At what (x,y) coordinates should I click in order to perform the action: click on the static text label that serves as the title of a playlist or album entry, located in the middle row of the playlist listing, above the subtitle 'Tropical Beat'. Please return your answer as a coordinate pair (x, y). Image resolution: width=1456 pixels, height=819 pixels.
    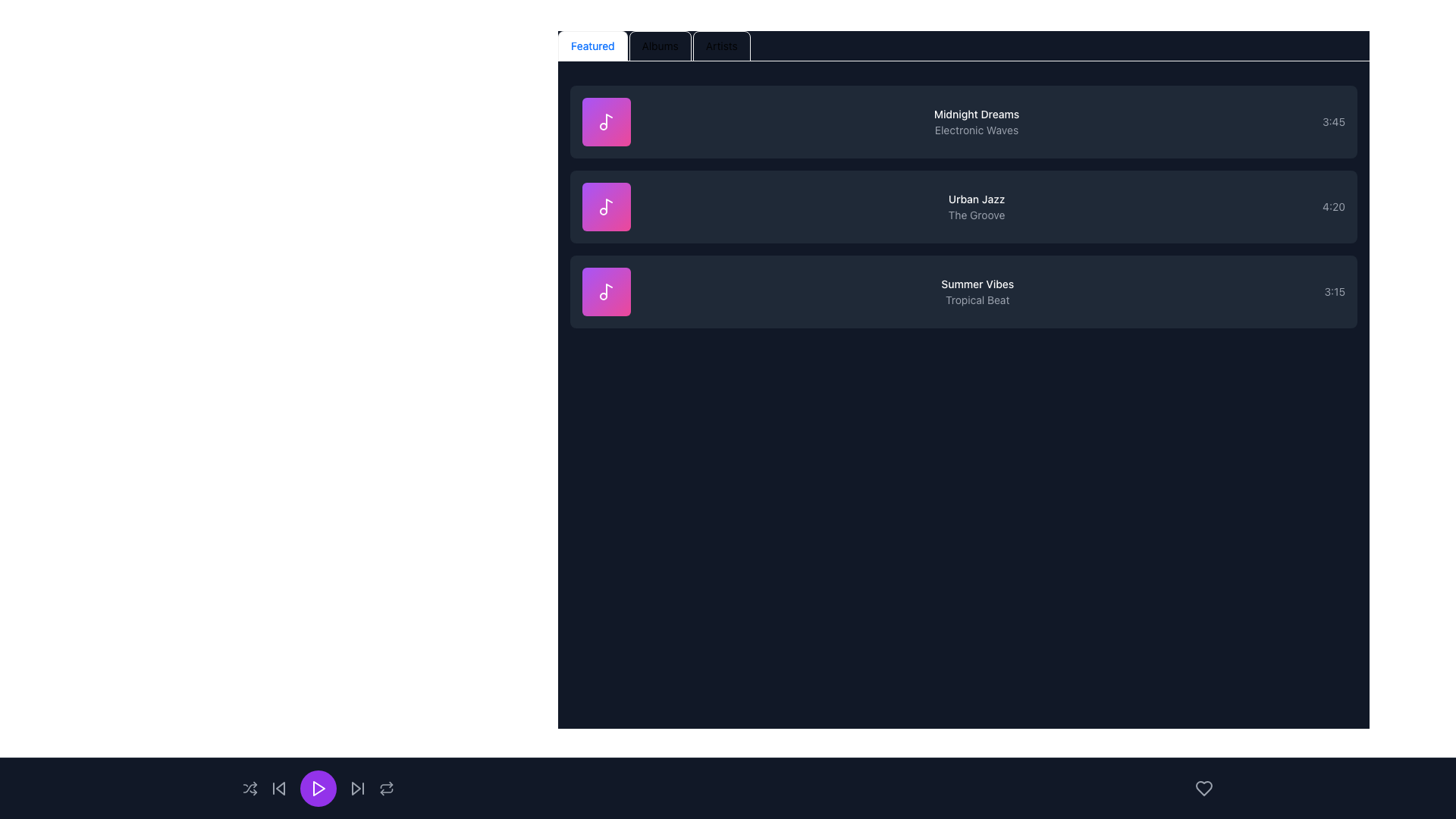
    Looking at the image, I should click on (977, 284).